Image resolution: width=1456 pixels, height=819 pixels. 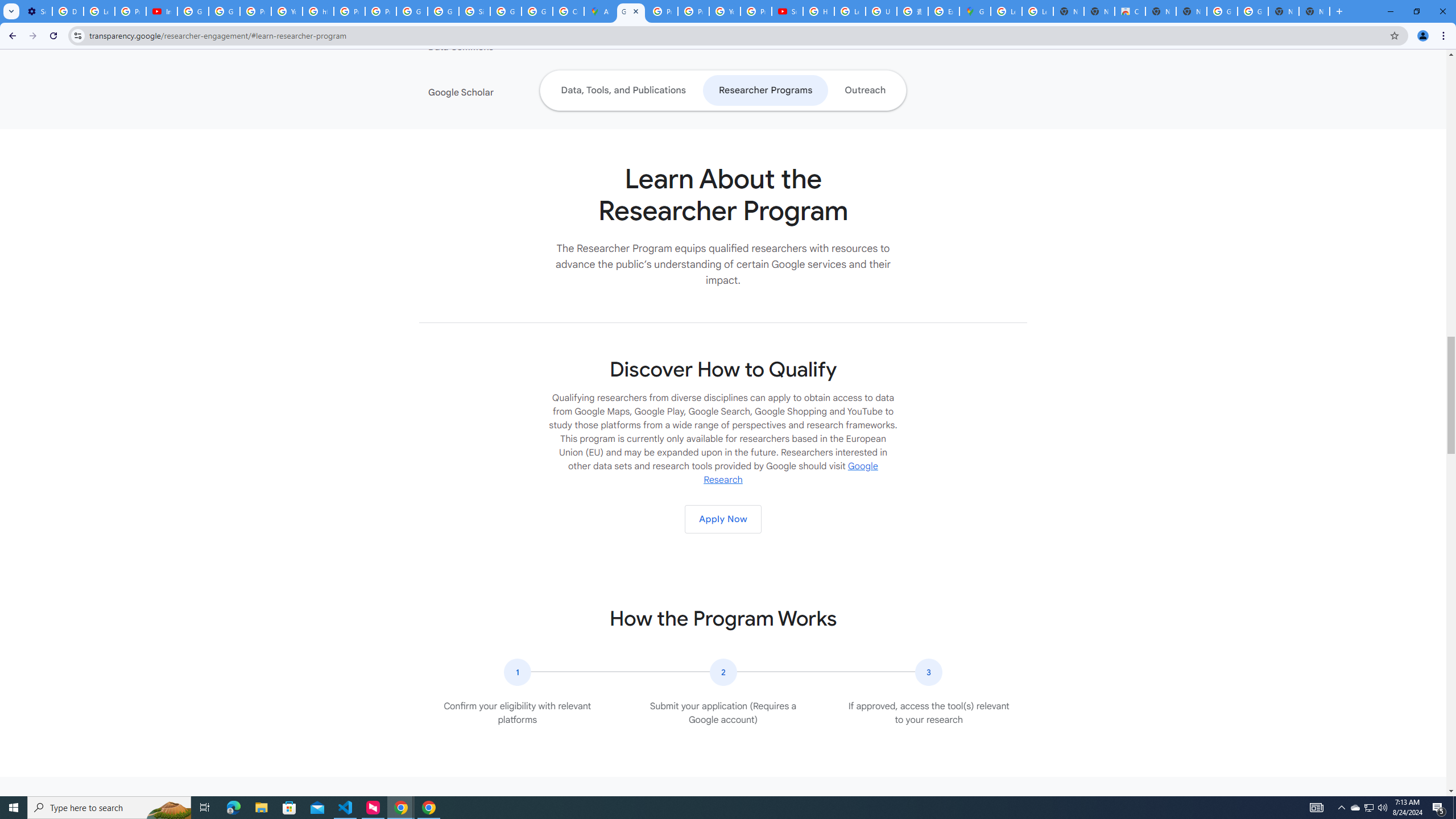 What do you see at coordinates (162, 11) in the screenshot?
I see `'Introduction | Google Privacy Policy - YouTube'` at bounding box center [162, 11].